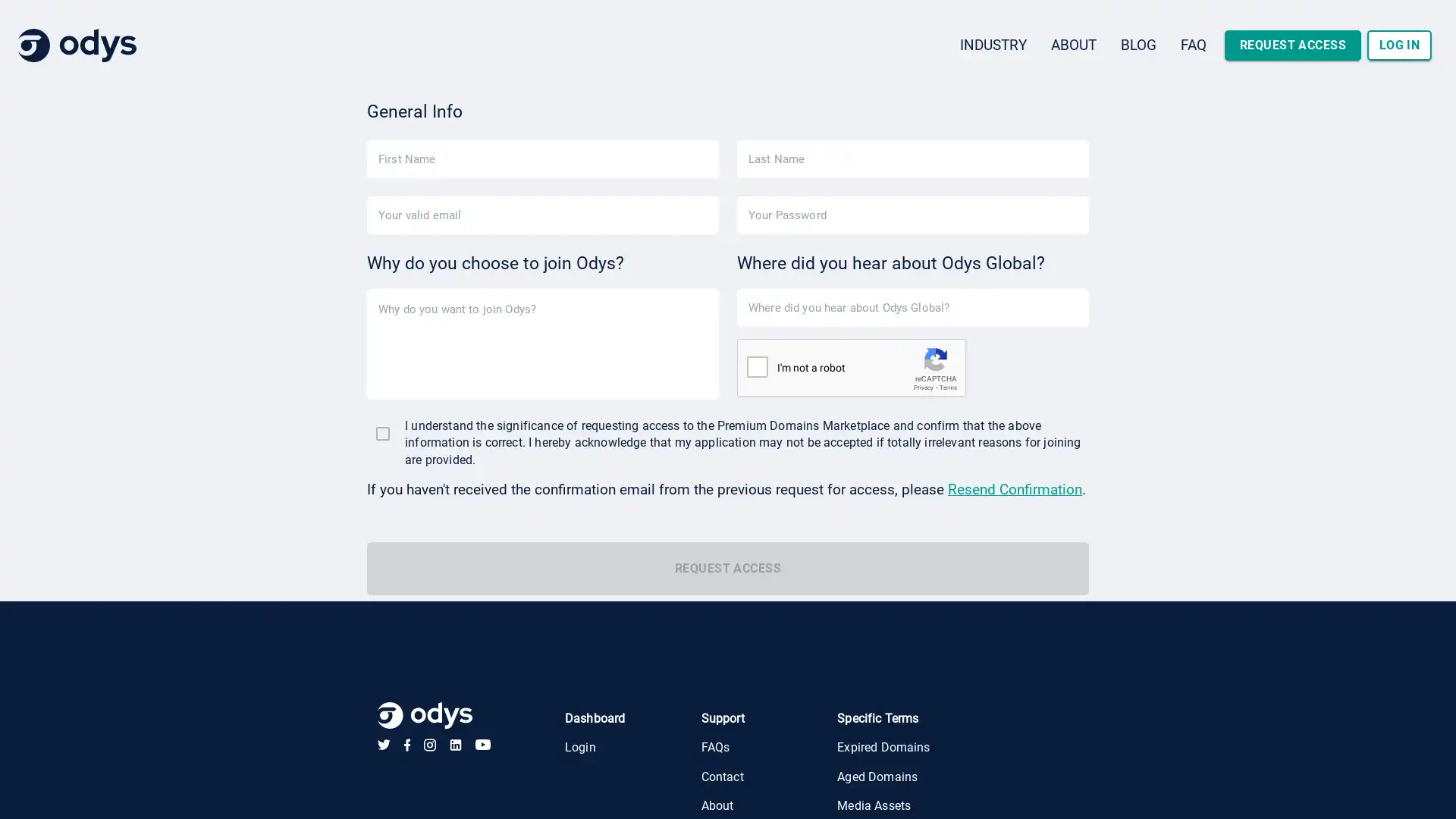 Image resolution: width=1456 pixels, height=819 pixels. I want to click on REQUEST ACCESS, so click(728, 568).